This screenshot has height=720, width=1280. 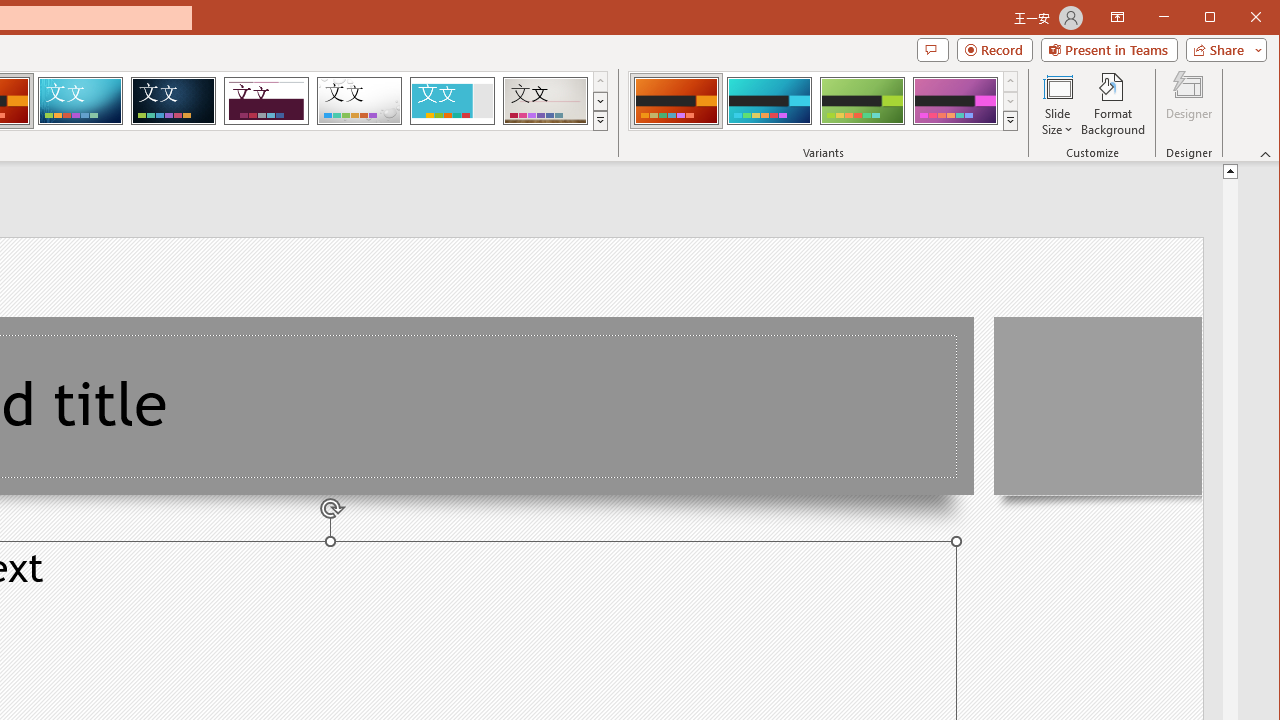 What do you see at coordinates (80, 100) in the screenshot?
I see `'Circuit'` at bounding box center [80, 100].